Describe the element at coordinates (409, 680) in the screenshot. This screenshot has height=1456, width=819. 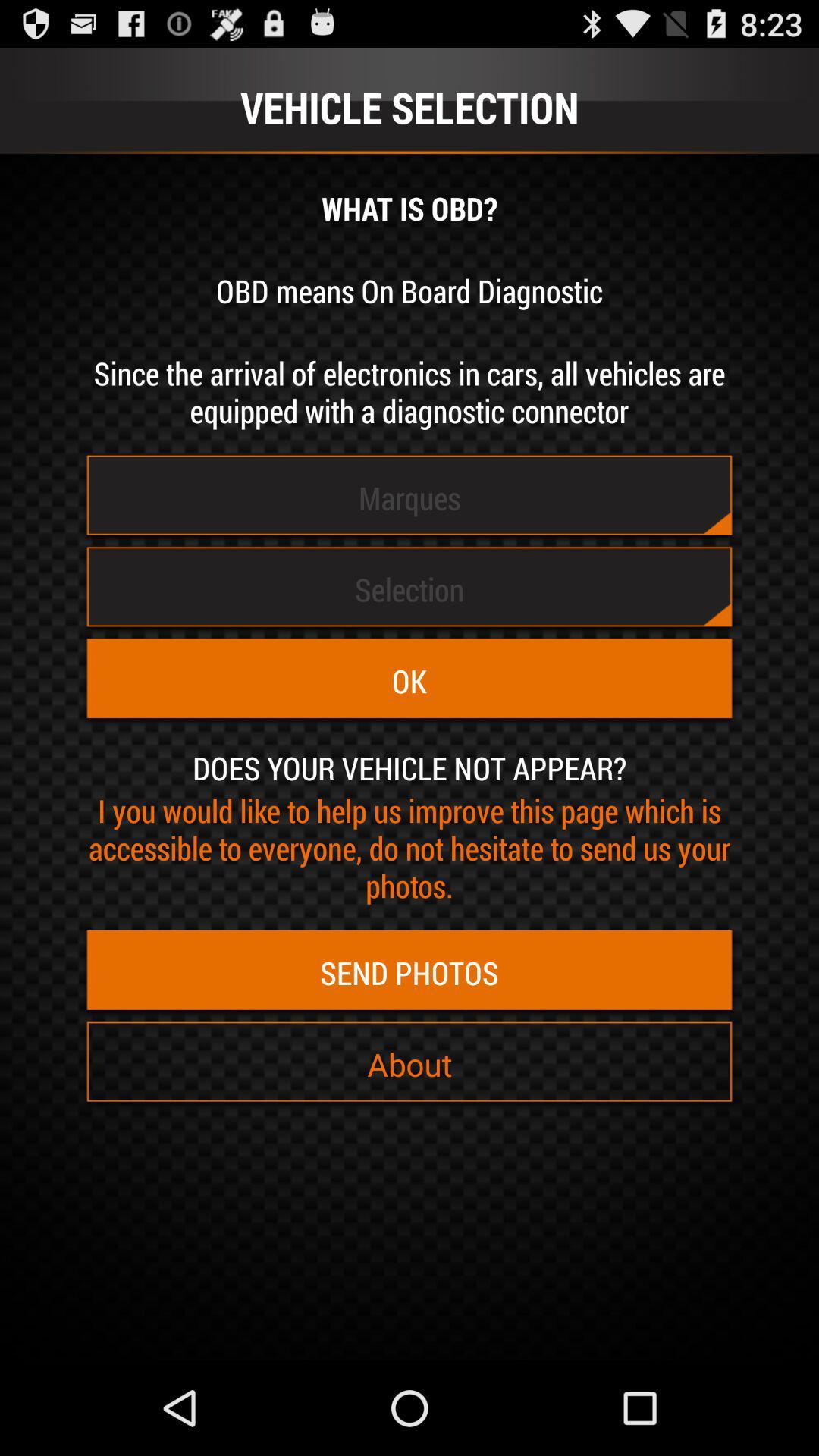
I see `the item below selection button` at that location.